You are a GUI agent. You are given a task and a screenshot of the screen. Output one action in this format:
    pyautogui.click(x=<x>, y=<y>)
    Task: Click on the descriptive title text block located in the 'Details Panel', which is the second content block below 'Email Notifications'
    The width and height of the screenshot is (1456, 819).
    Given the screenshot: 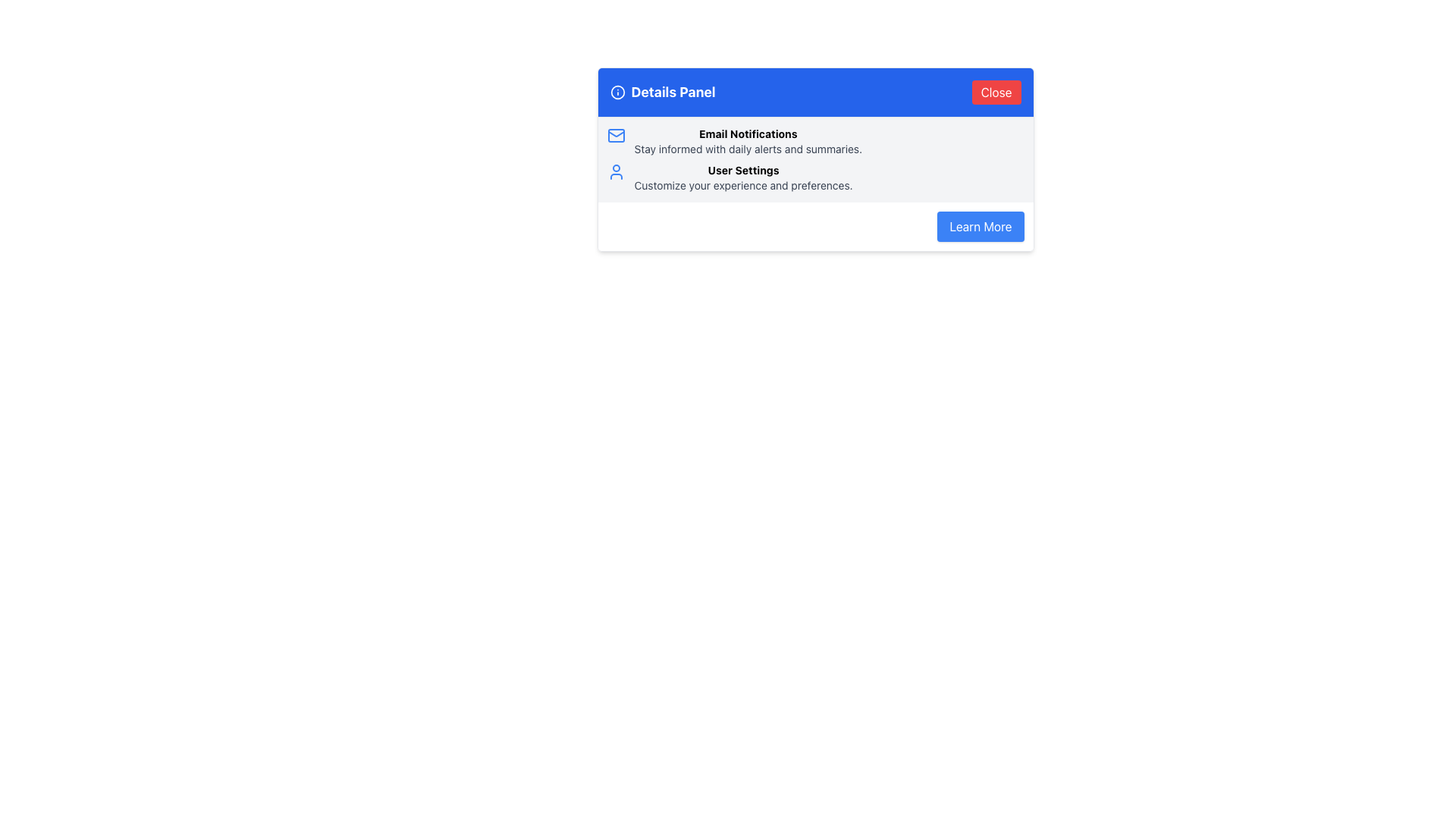 What is the action you would take?
    pyautogui.click(x=743, y=177)
    